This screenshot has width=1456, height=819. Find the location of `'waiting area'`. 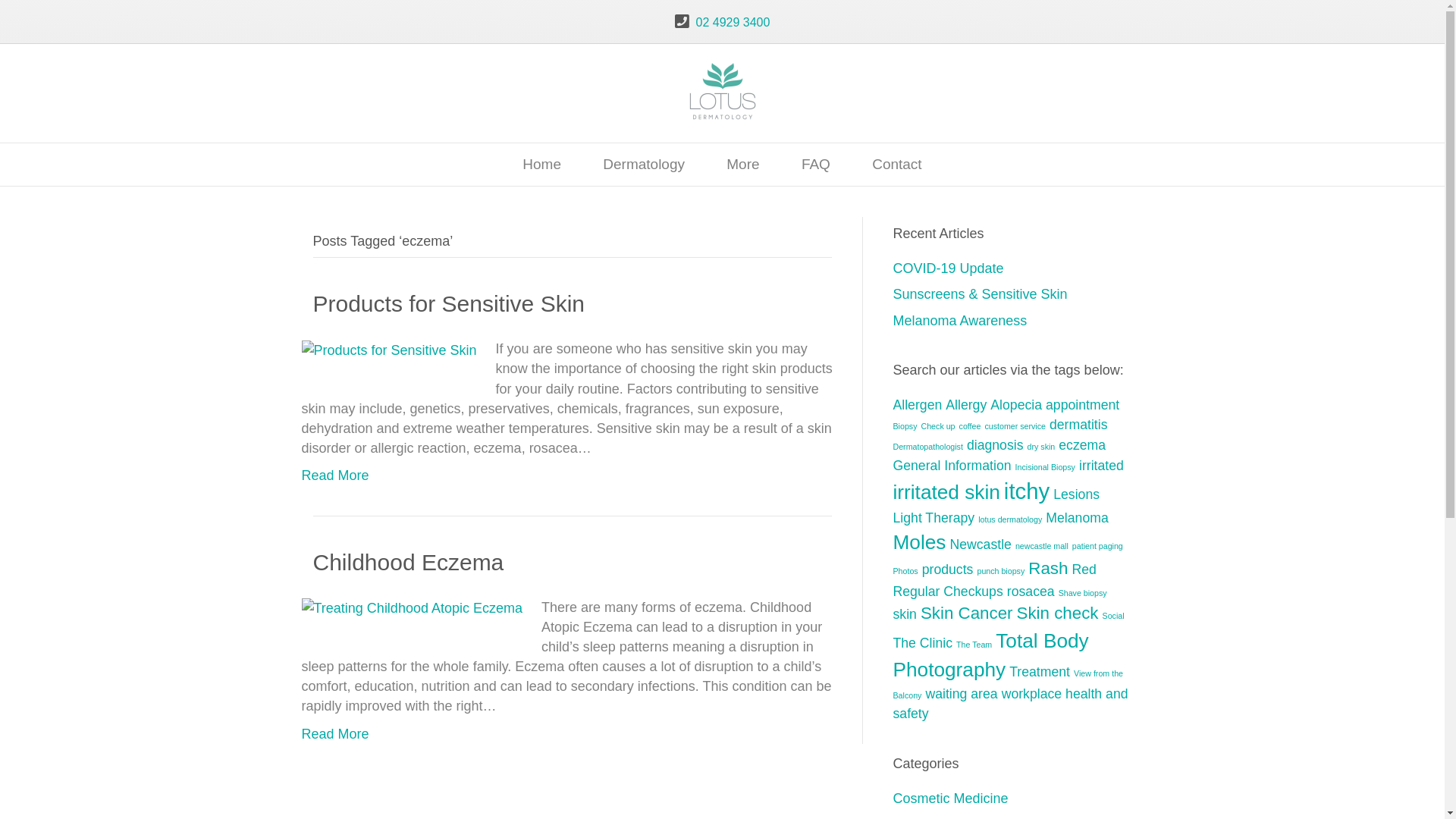

'waiting area' is located at coordinates (960, 693).